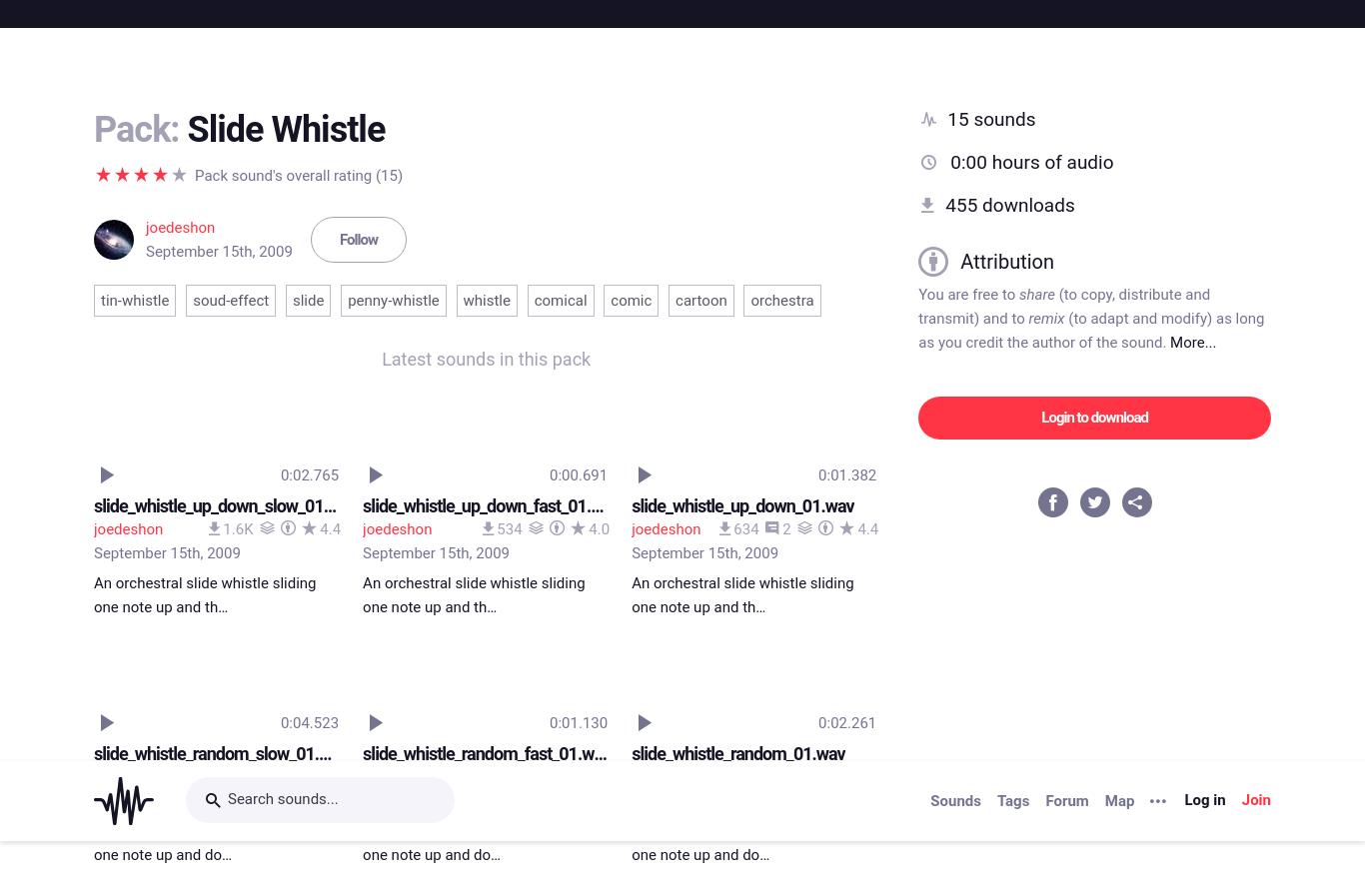 Image resolution: width=1365 pixels, height=896 pixels. What do you see at coordinates (549, 457) in the screenshot?
I see `'0:00.703'` at bounding box center [549, 457].